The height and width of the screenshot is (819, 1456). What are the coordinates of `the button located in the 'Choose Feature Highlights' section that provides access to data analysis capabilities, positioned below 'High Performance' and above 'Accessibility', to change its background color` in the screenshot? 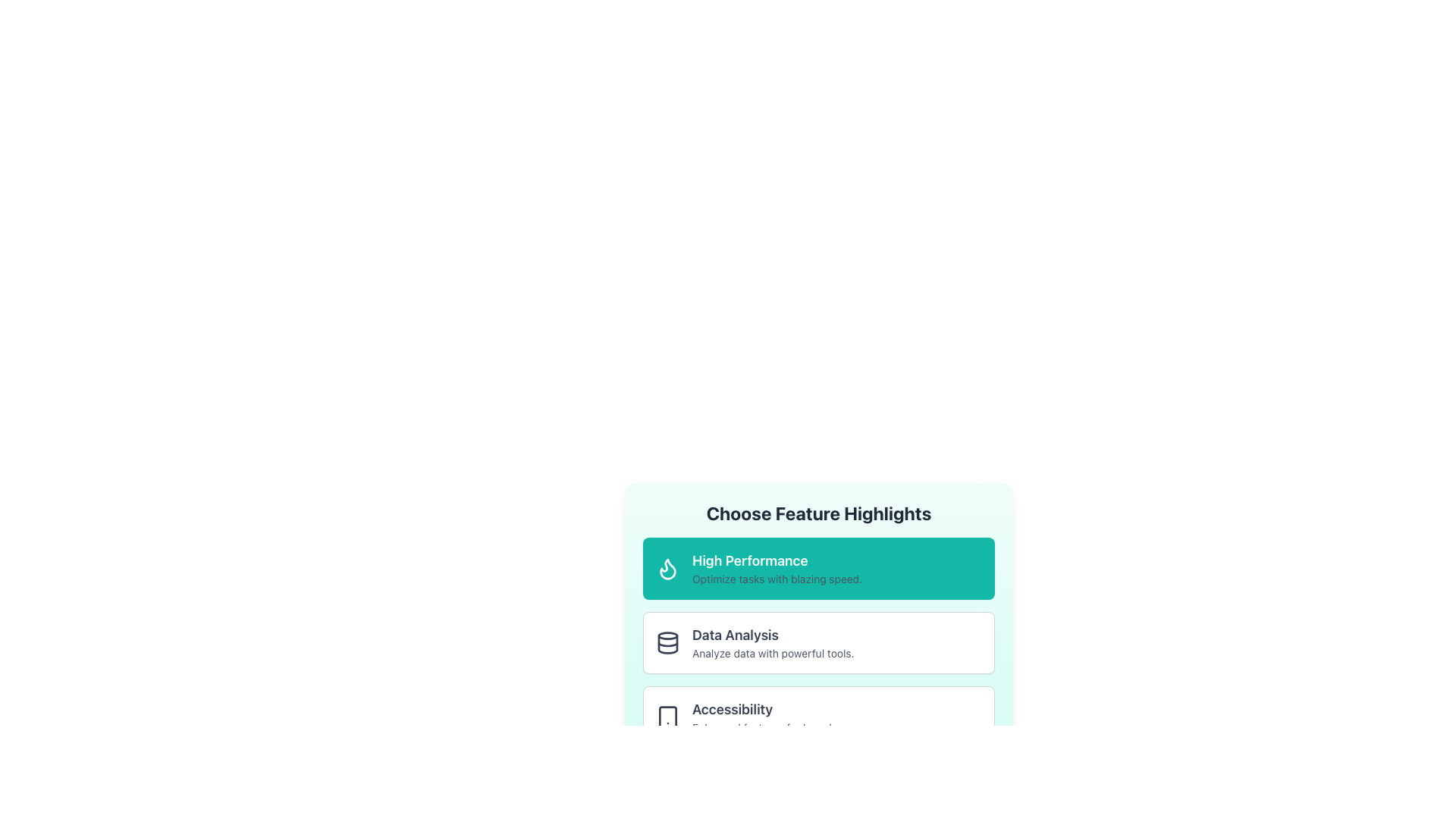 It's located at (818, 643).